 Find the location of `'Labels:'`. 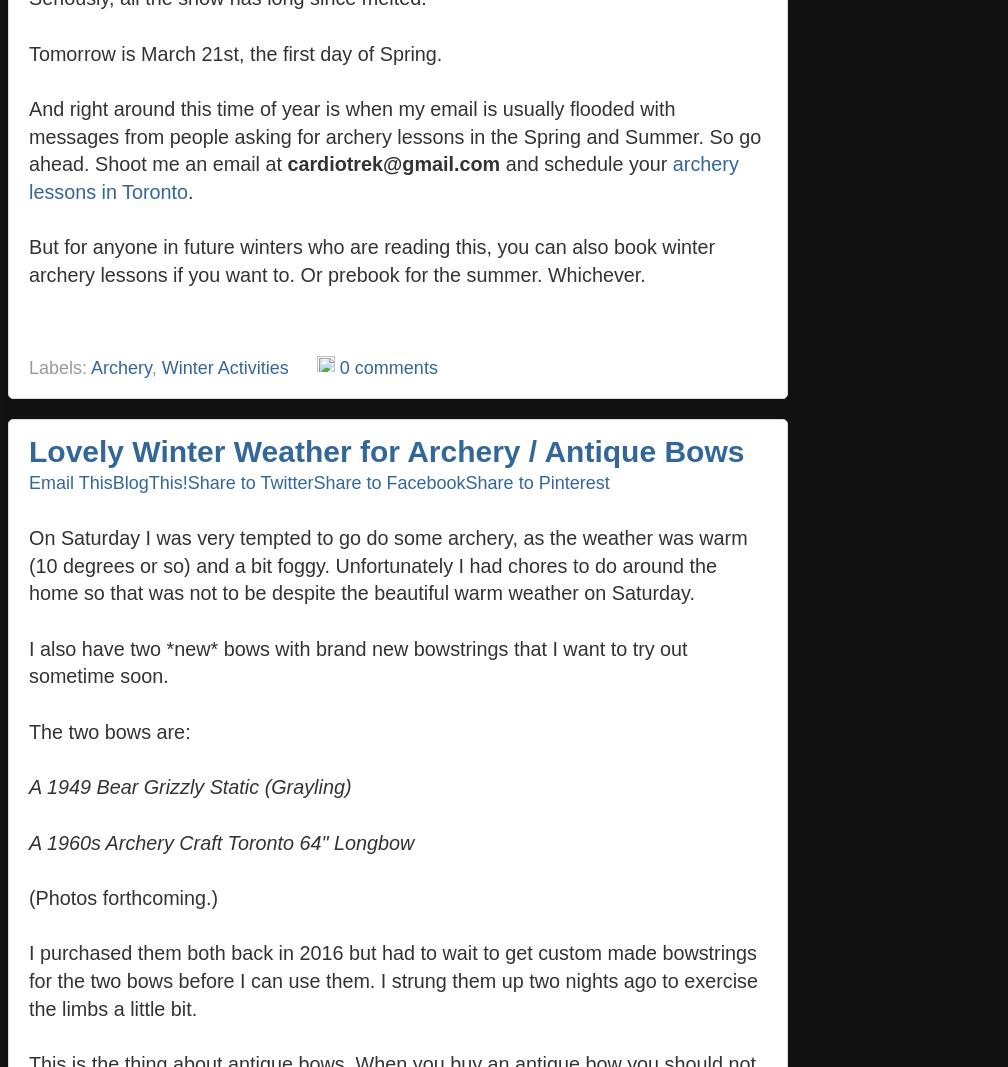

'Labels:' is located at coordinates (59, 367).